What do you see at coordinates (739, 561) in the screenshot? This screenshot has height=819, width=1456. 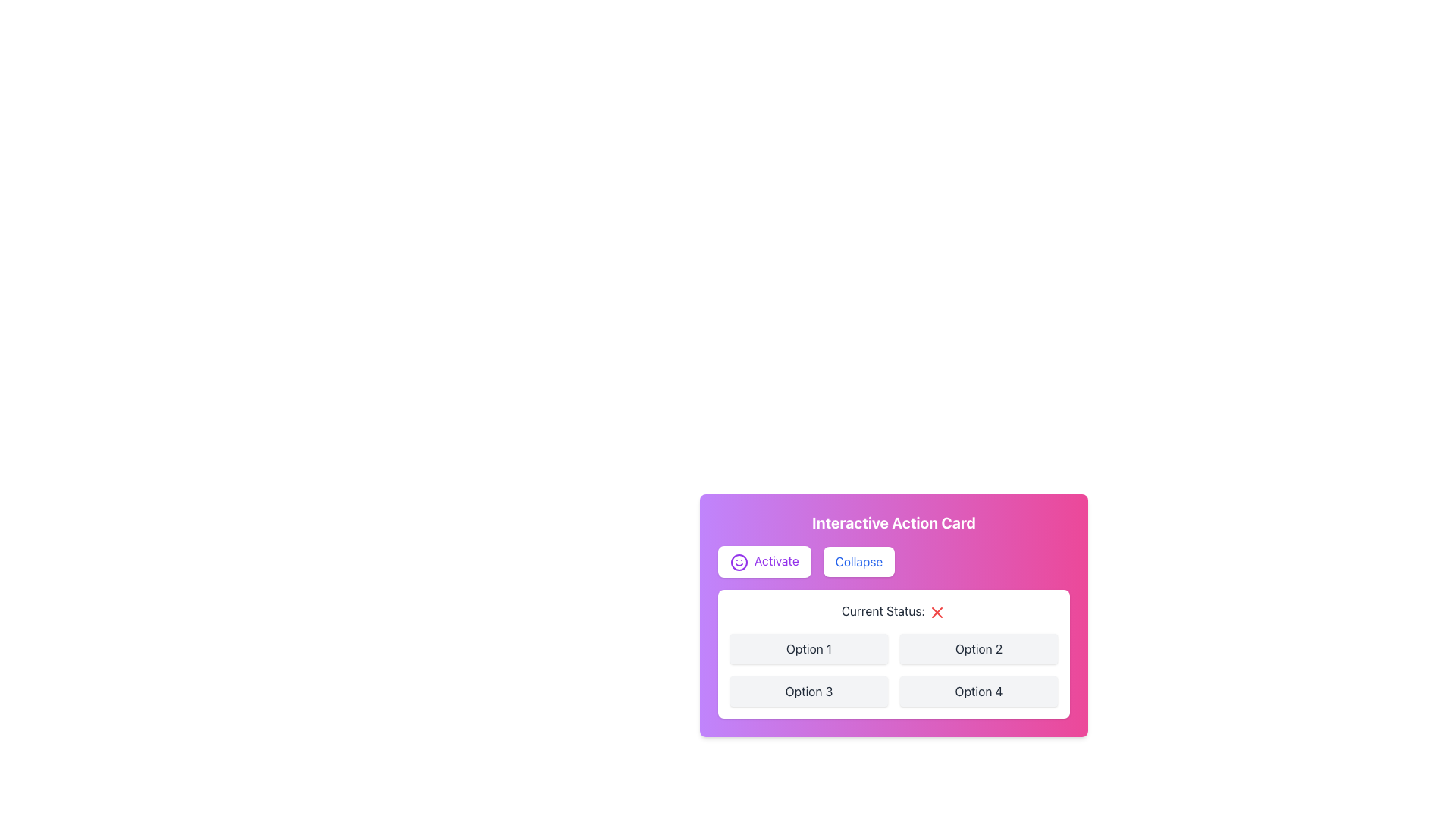 I see `the decorative icon located to the immediate left of the 'Activate' button text` at bounding box center [739, 561].